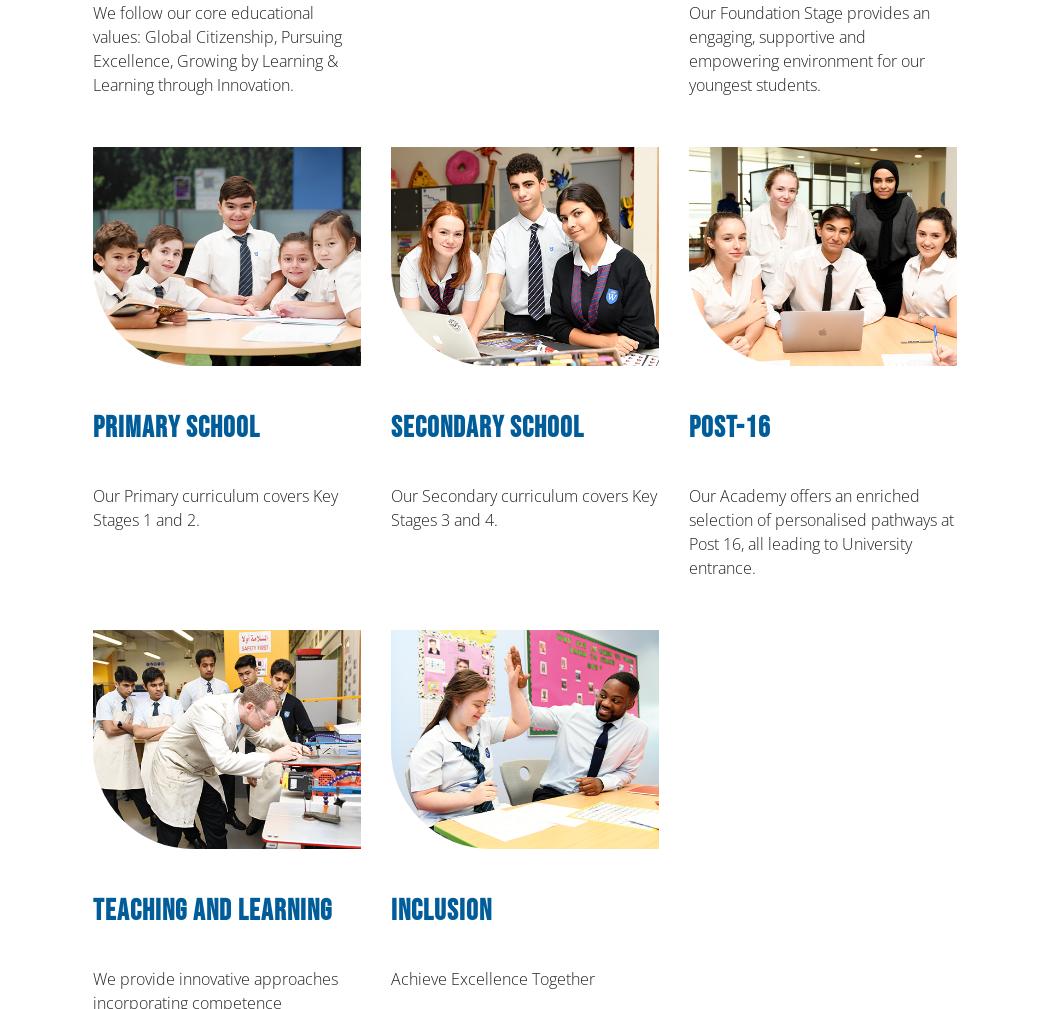 This screenshot has width=1050, height=1009. I want to click on 'Achieve Excellence Together', so click(391, 978).